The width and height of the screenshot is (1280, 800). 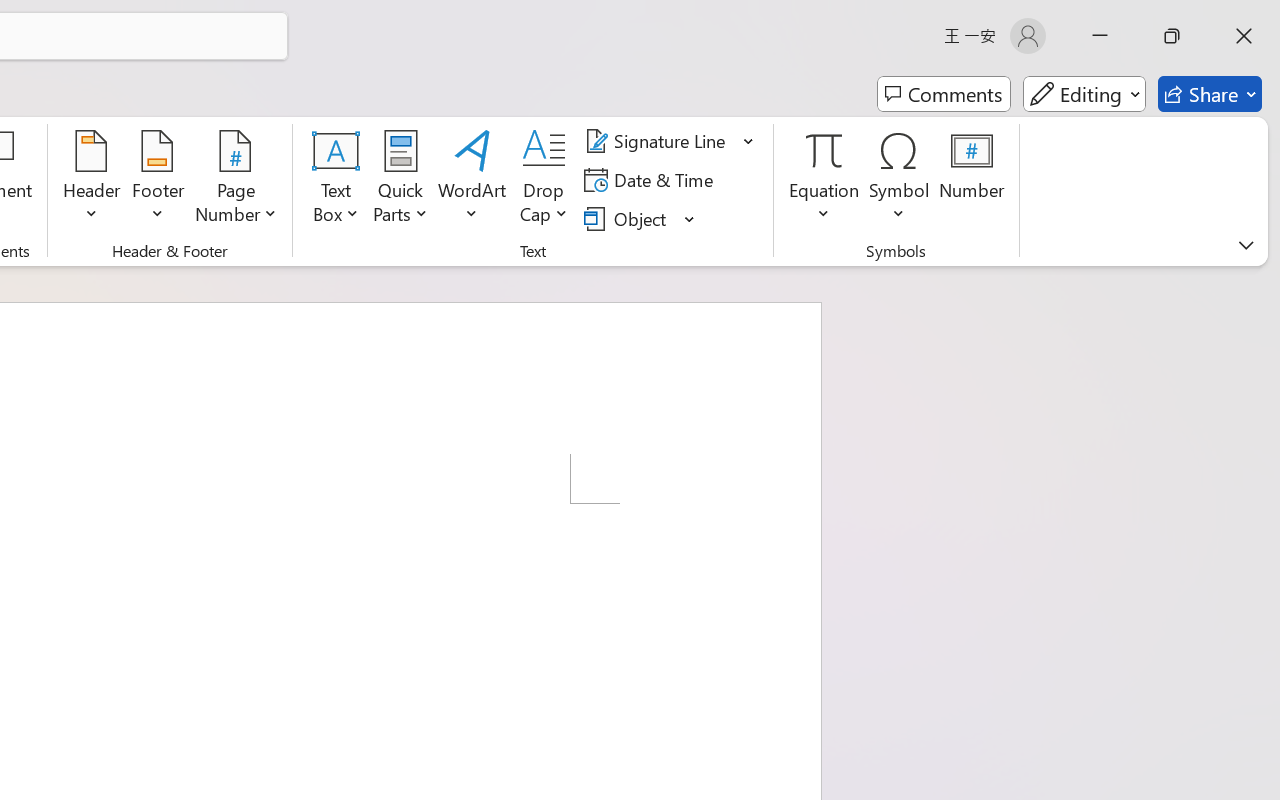 I want to click on 'Object...', so click(x=627, y=218).